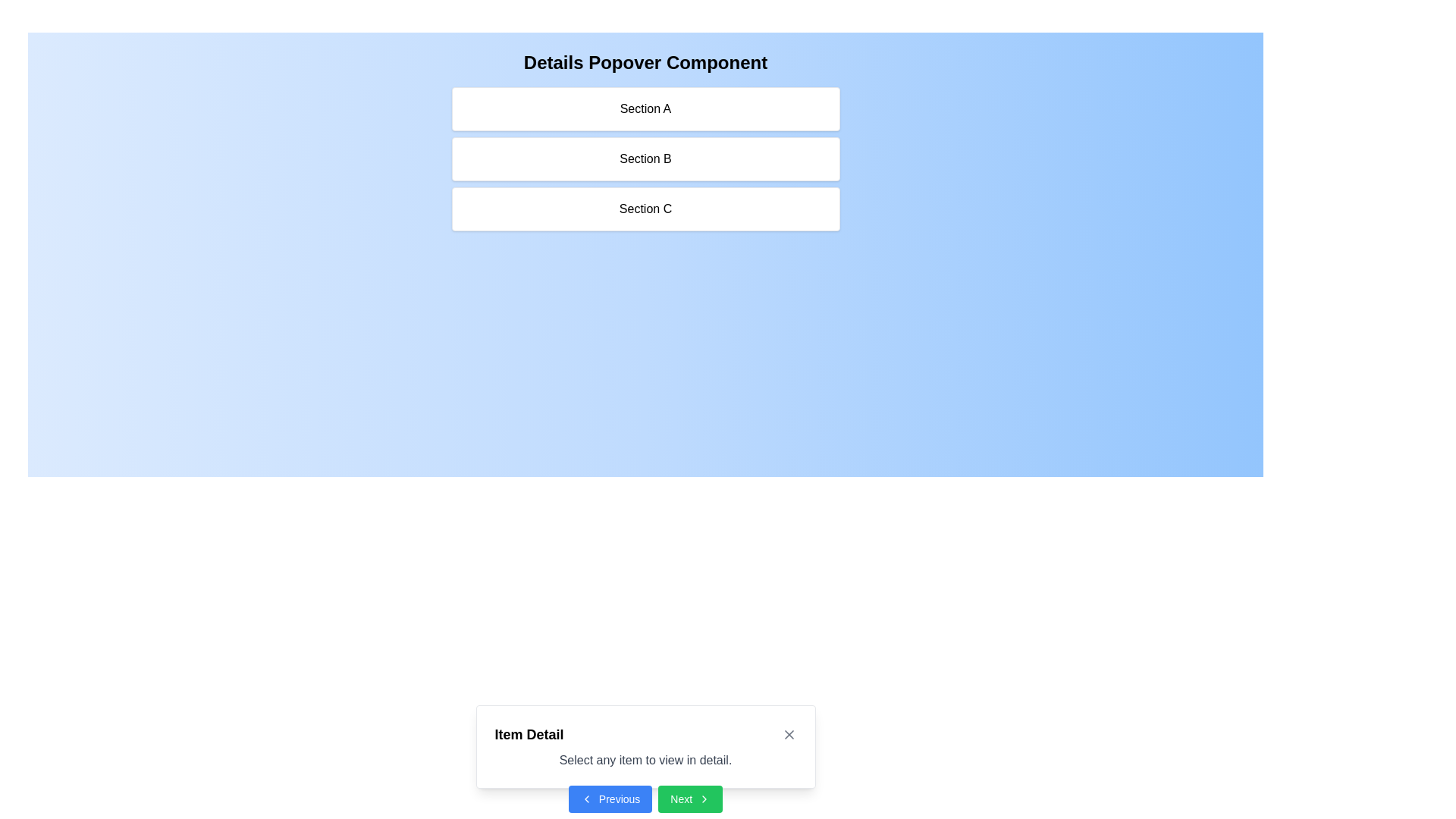 The width and height of the screenshot is (1456, 819). Describe the element at coordinates (704, 798) in the screenshot. I see `the chevron icon located within the green 'Next' button in the footer area of the popover interface` at that location.